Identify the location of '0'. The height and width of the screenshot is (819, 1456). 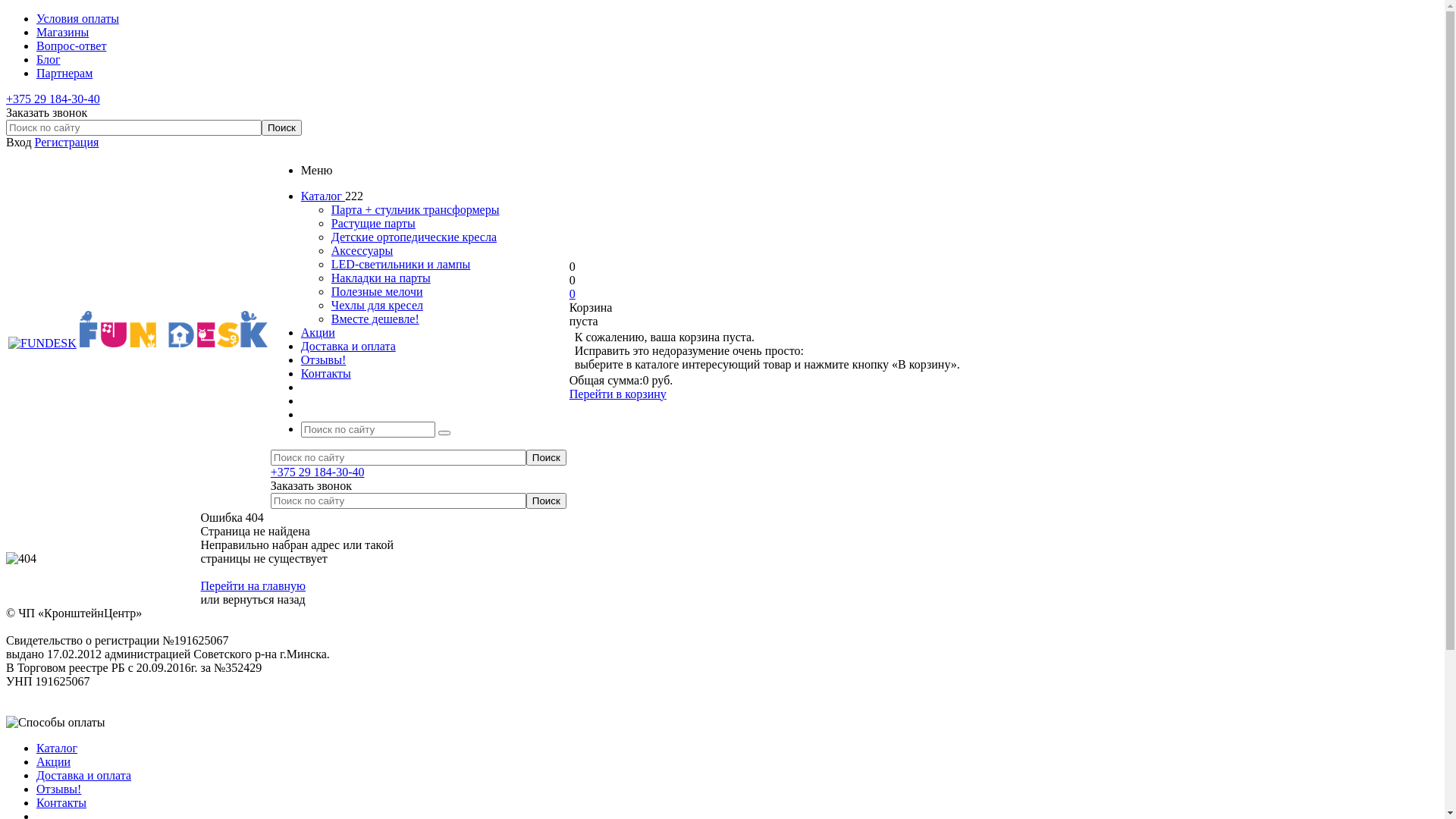
(568, 293).